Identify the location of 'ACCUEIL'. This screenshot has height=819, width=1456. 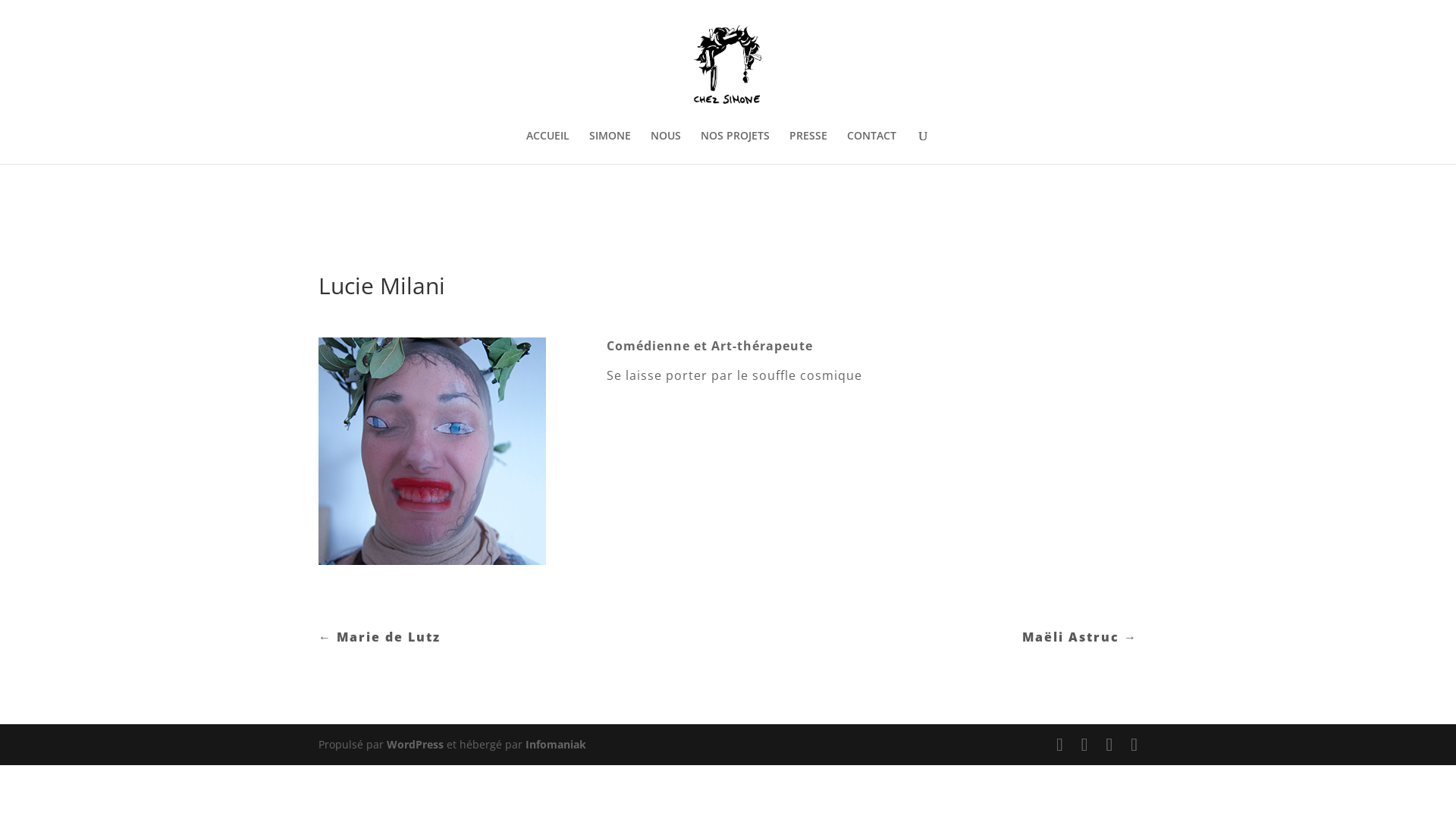
(526, 146).